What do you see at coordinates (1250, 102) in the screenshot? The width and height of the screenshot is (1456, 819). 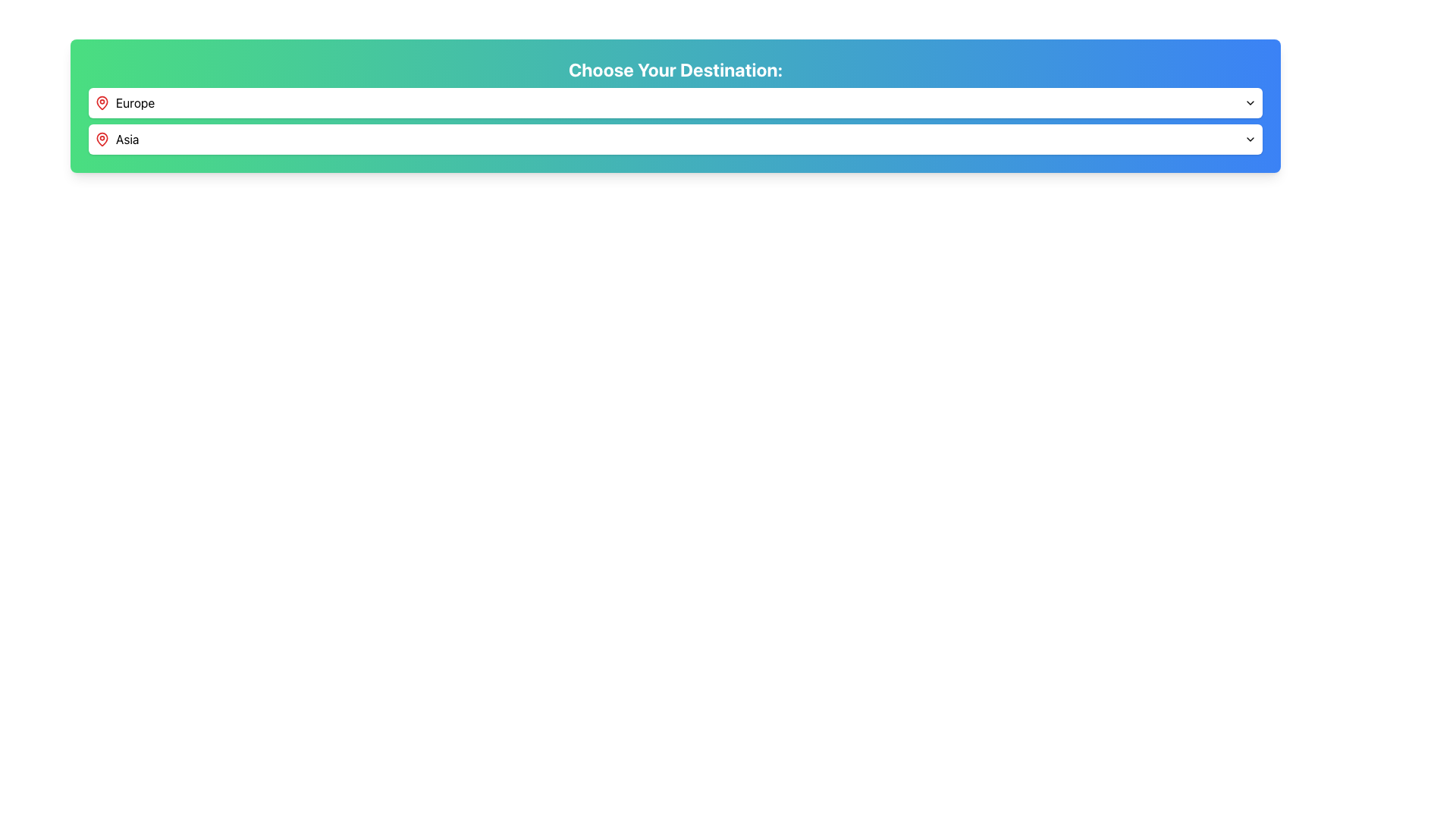 I see `the downward-pointing chevron icon on the right side of the 'Europe' dropdown to drop down options` at bounding box center [1250, 102].